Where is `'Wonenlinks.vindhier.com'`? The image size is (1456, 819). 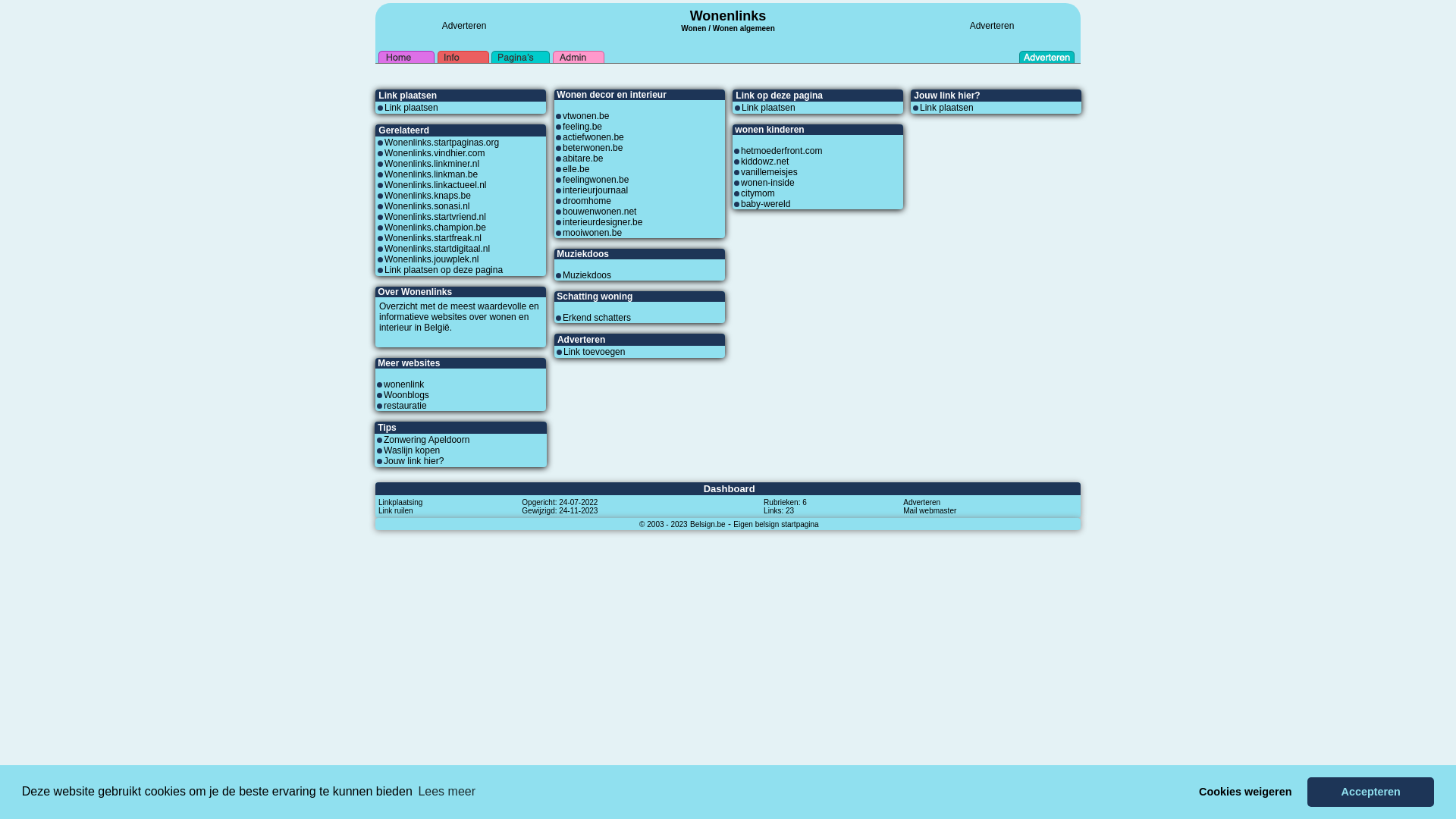 'Wonenlinks.vindhier.com' is located at coordinates (384, 152).